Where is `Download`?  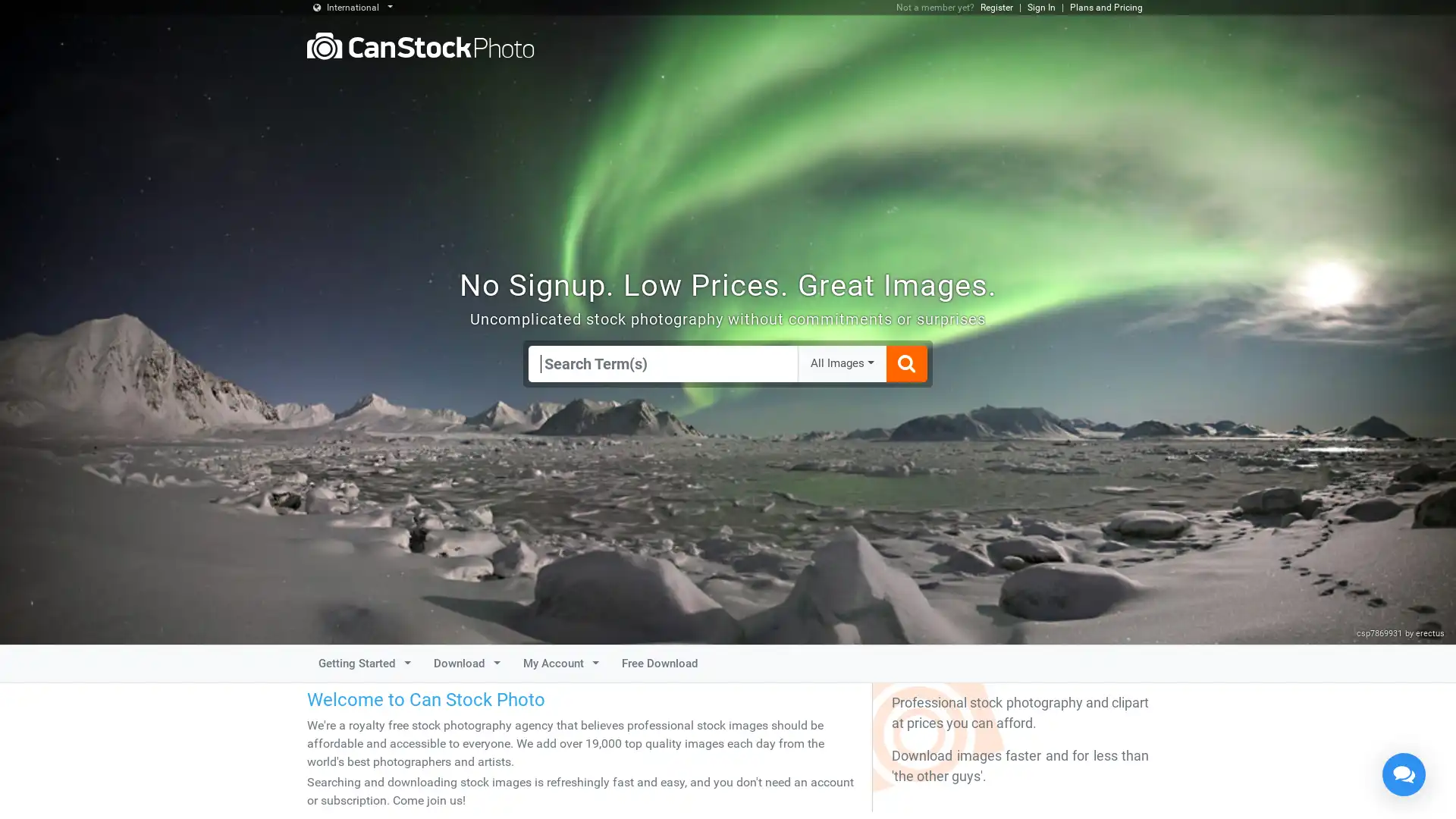
Download is located at coordinates (465, 663).